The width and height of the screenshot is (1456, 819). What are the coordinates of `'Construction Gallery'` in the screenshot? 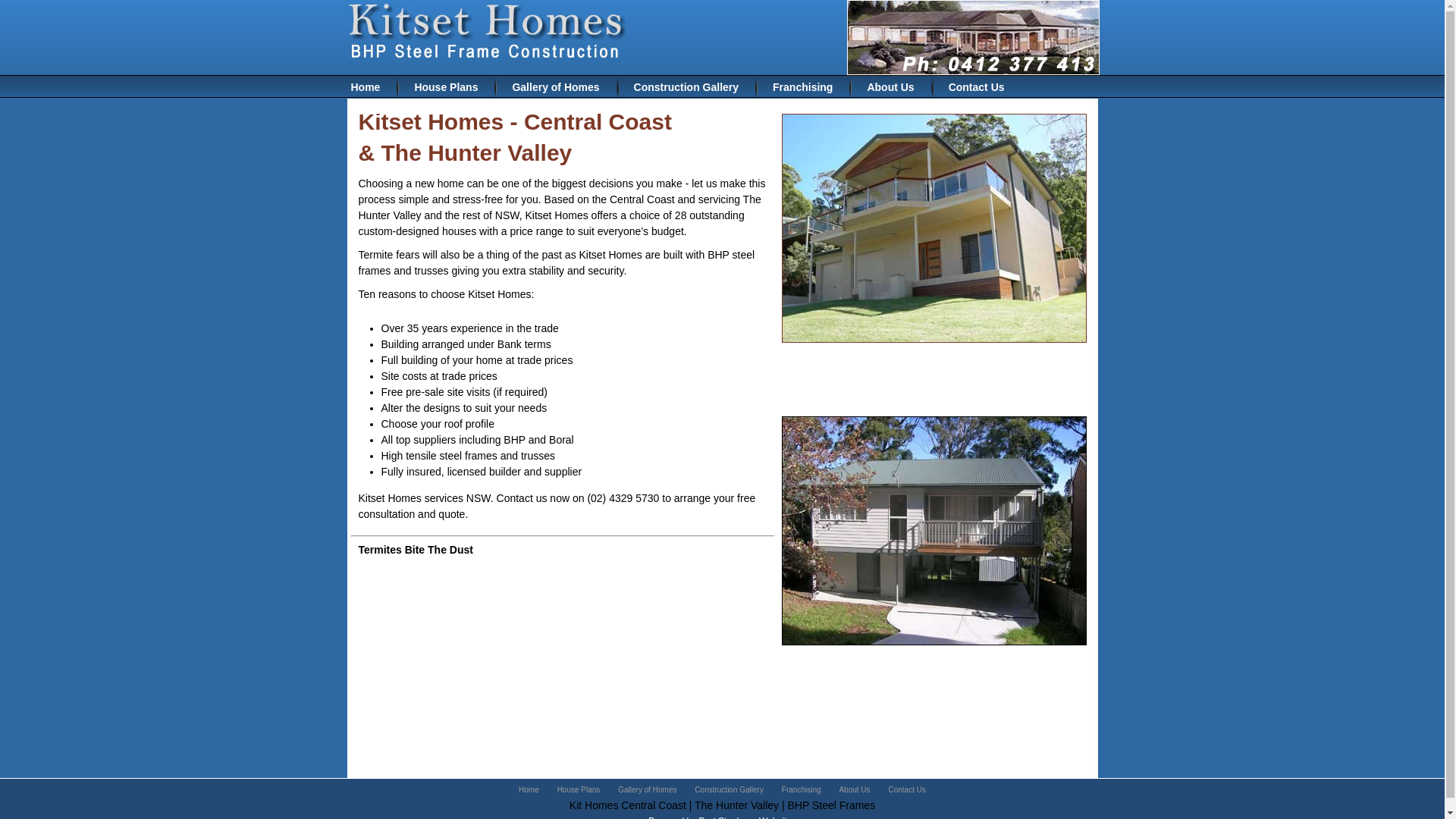 It's located at (729, 789).